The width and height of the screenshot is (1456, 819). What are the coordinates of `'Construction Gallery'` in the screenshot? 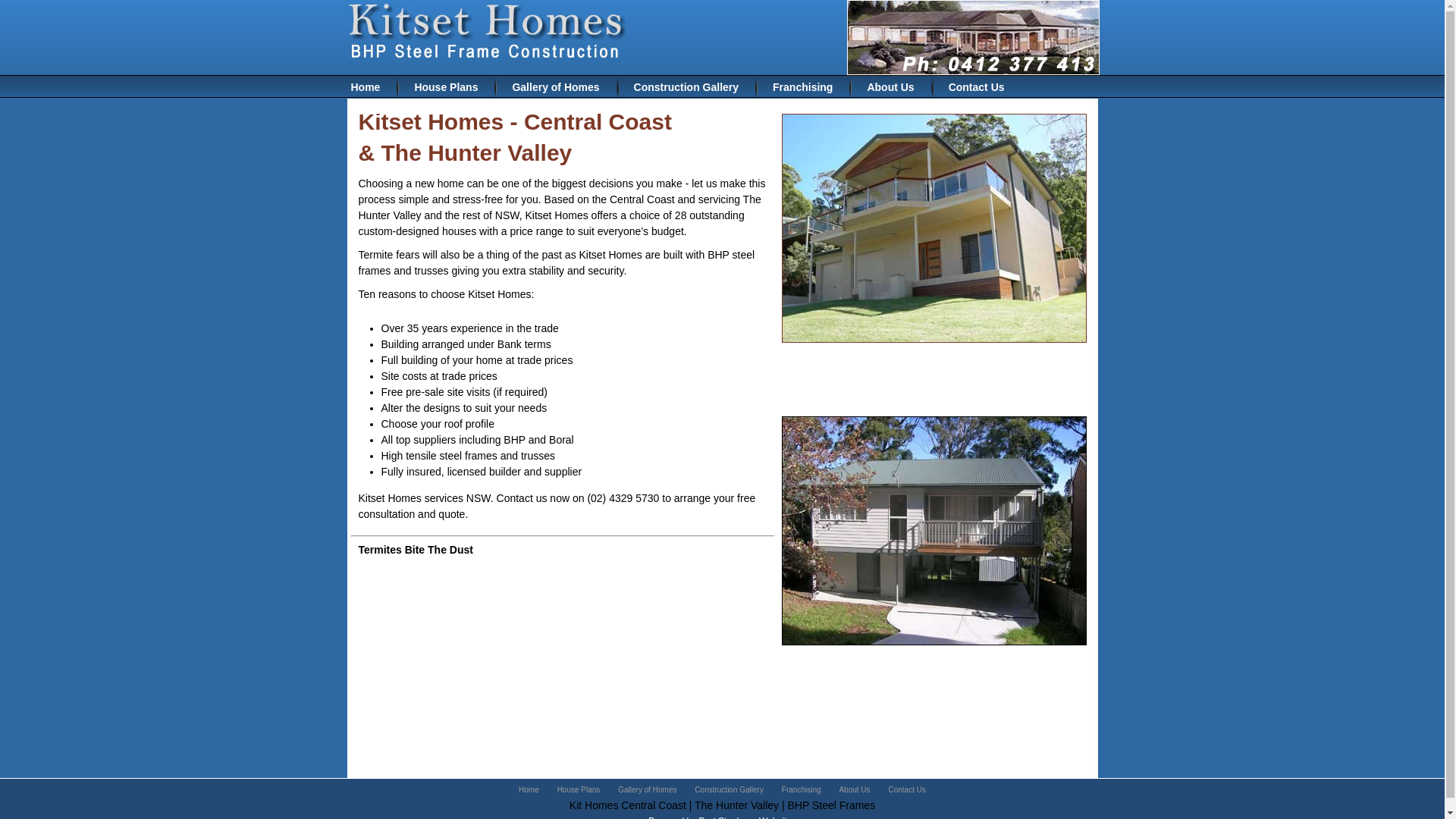 It's located at (729, 789).